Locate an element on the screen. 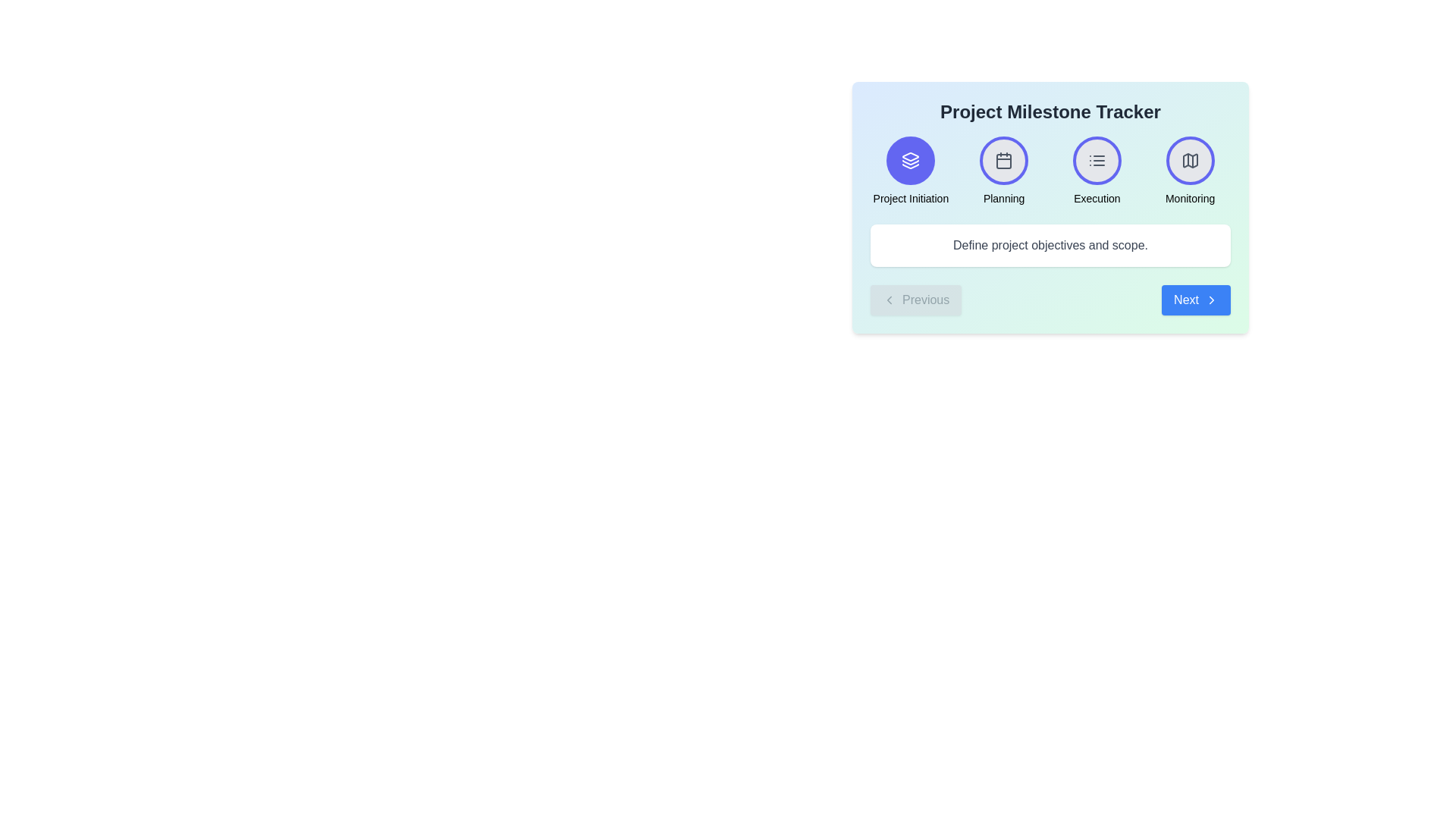  the SVG Graphic Icon representing a map labeled 'Monitoring' is located at coordinates (1189, 161).